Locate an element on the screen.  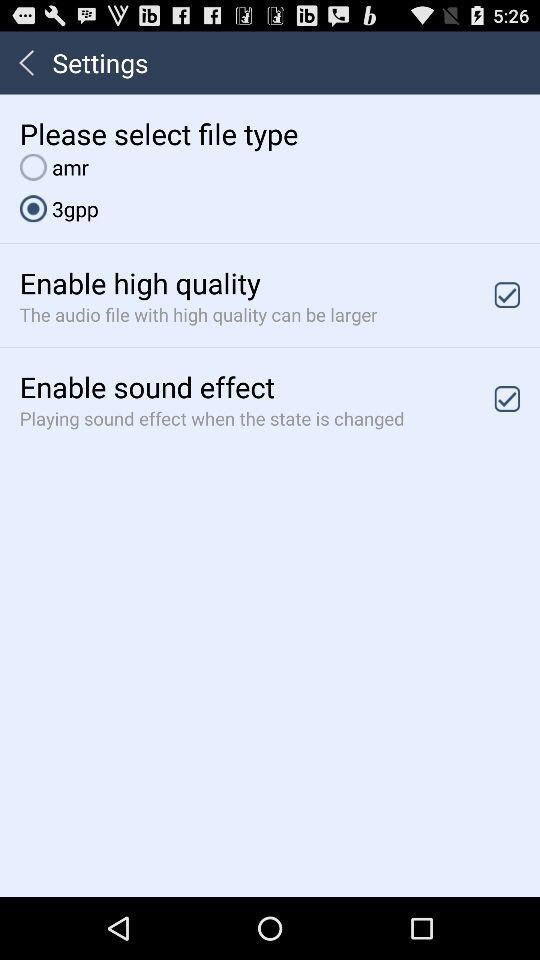
the check icon is located at coordinates (507, 427).